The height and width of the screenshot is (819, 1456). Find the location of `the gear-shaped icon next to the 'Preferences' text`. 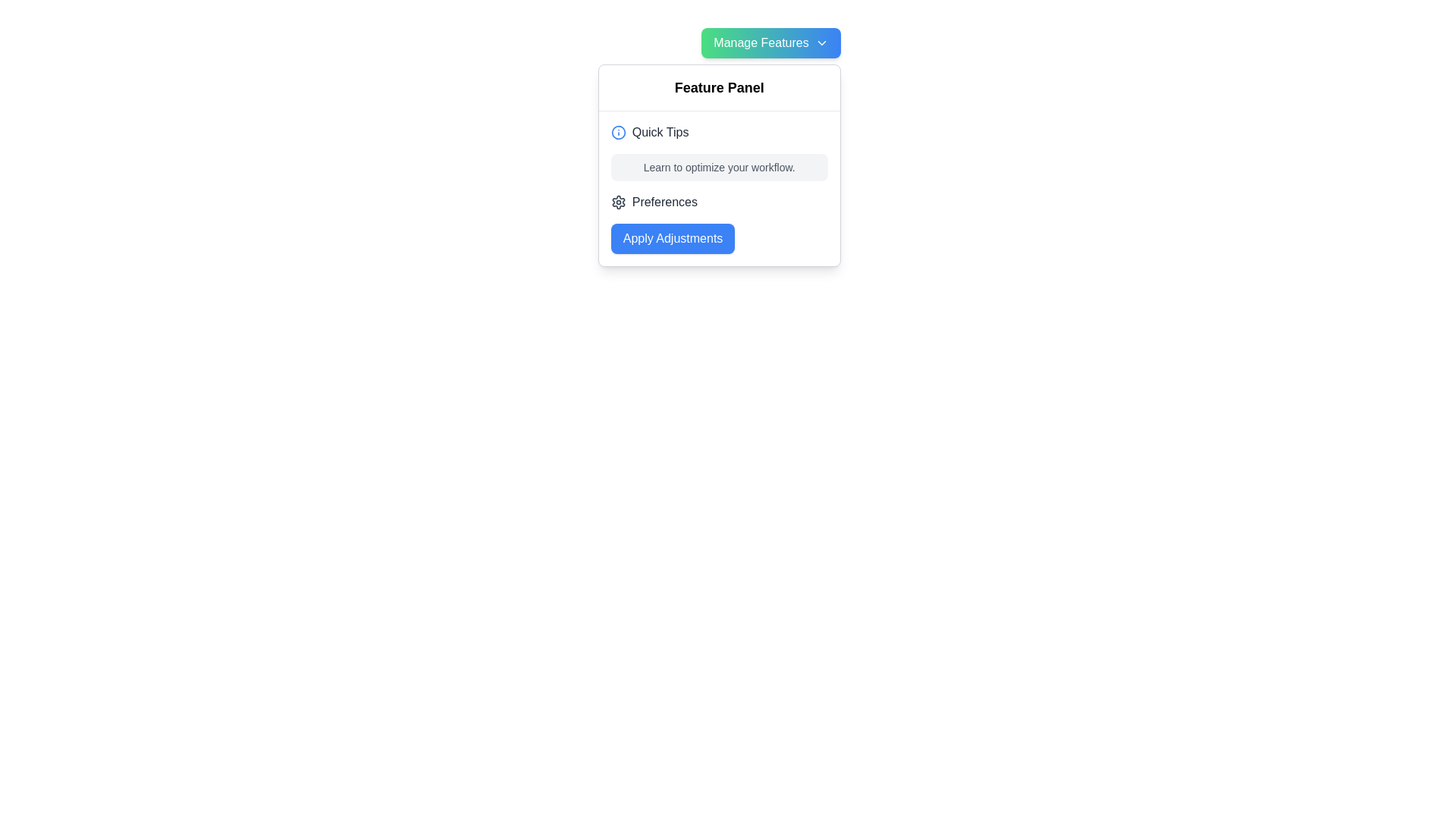

the gear-shaped icon next to the 'Preferences' text is located at coordinates (618, 201).